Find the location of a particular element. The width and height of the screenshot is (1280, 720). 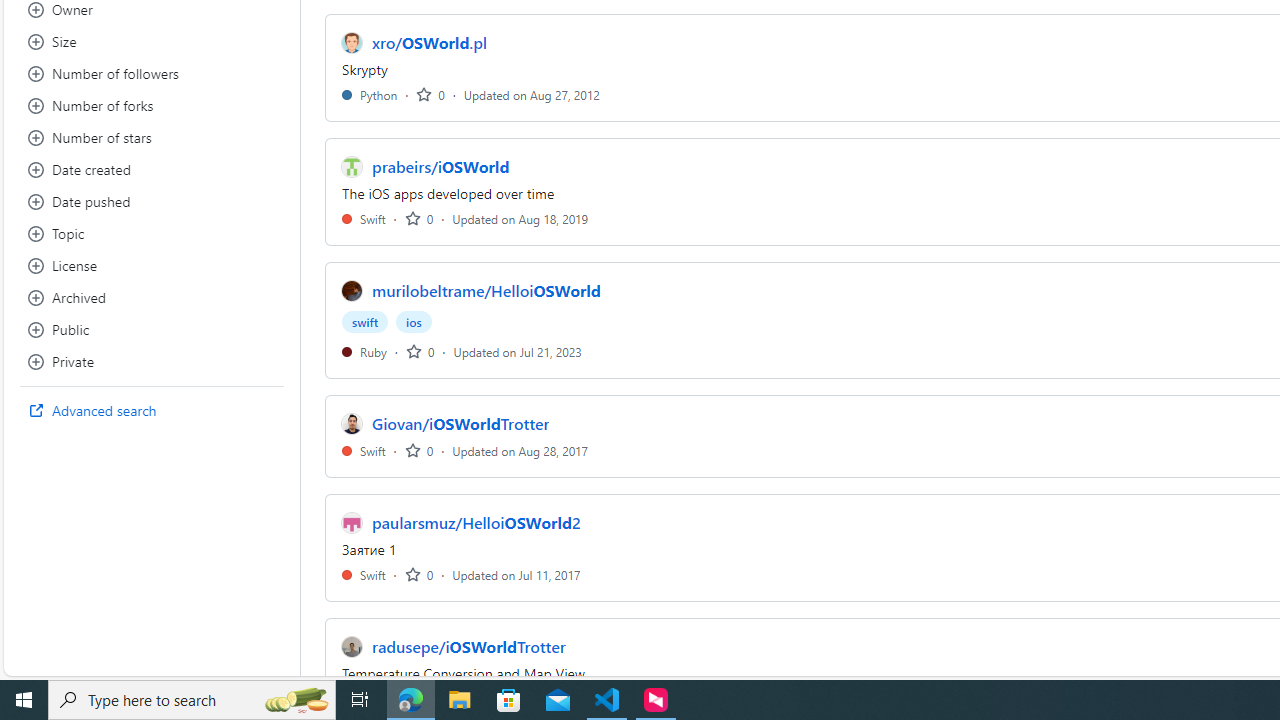

'murilobeltrame/HelloiOSWorld' is located at coordinates (487, 291).